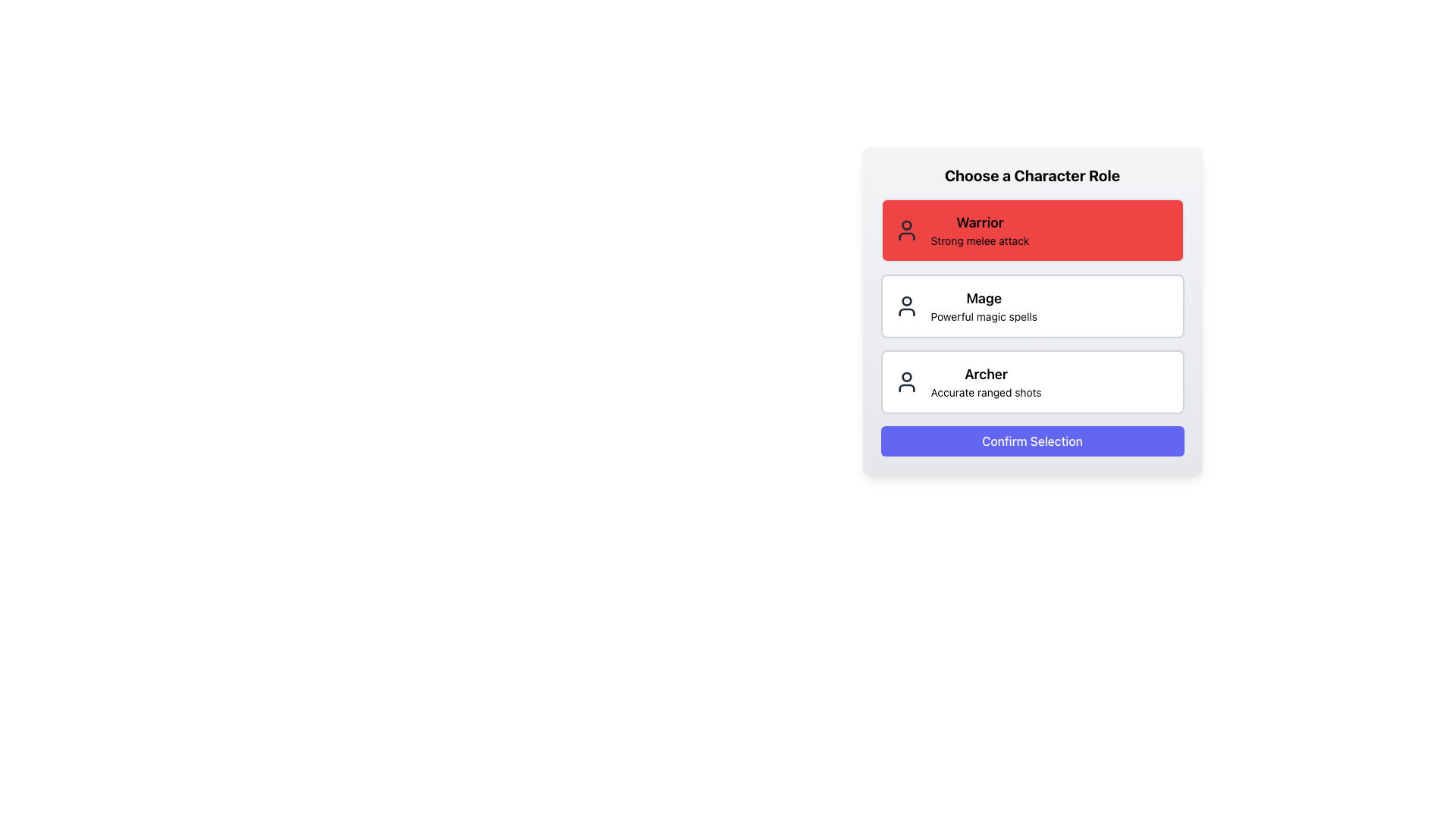 This screenshot has height=819, width=1456. What do you see at coordinates (906, 301) in the screenshot?
I see `the circular shape representing the head of the user icon associated with the 'Mage' option in the selection list` at bounding box center [906, 301].